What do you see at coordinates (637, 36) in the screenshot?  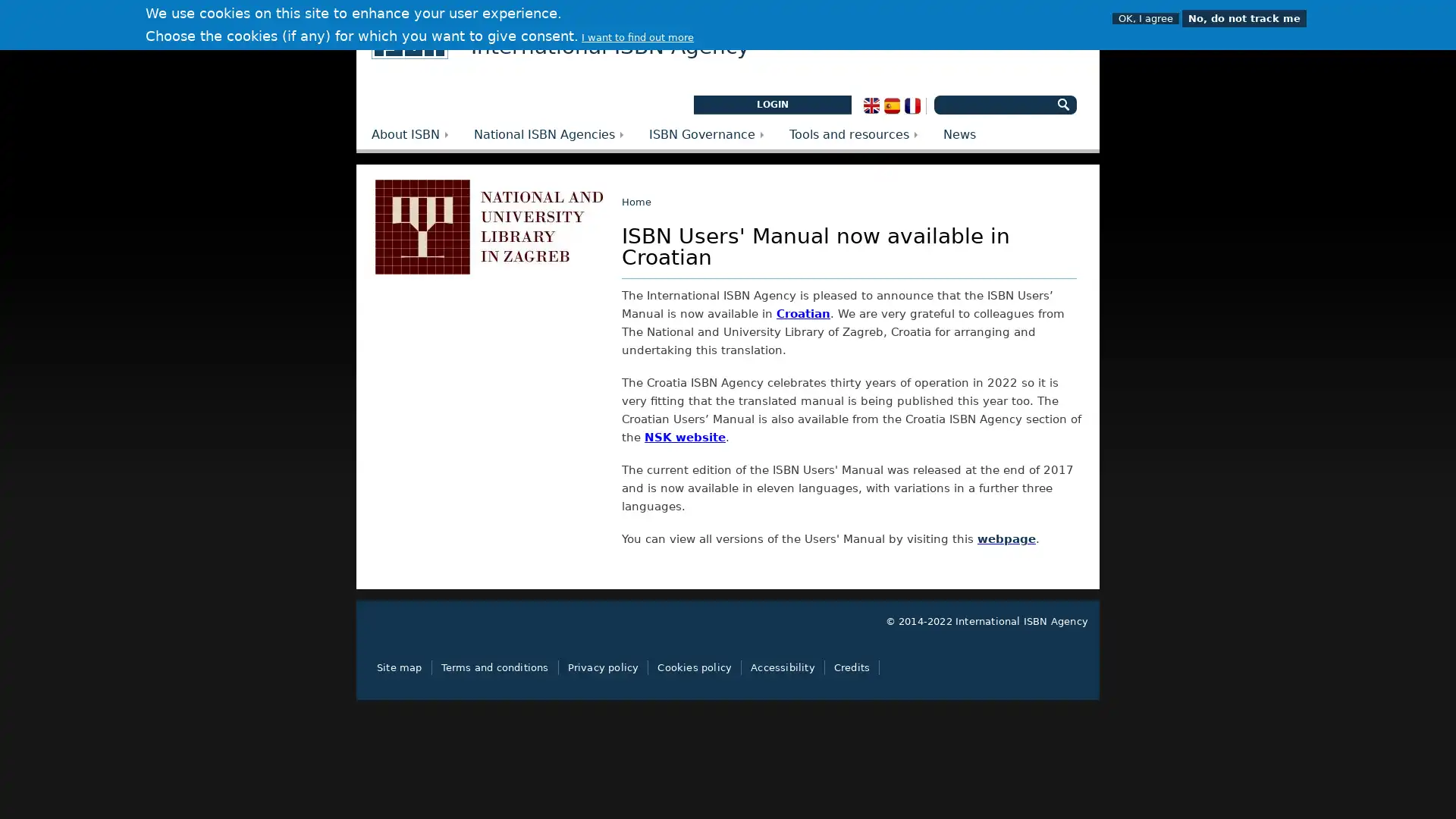 I see `I want to find out more` at bounding box center [637, 36].